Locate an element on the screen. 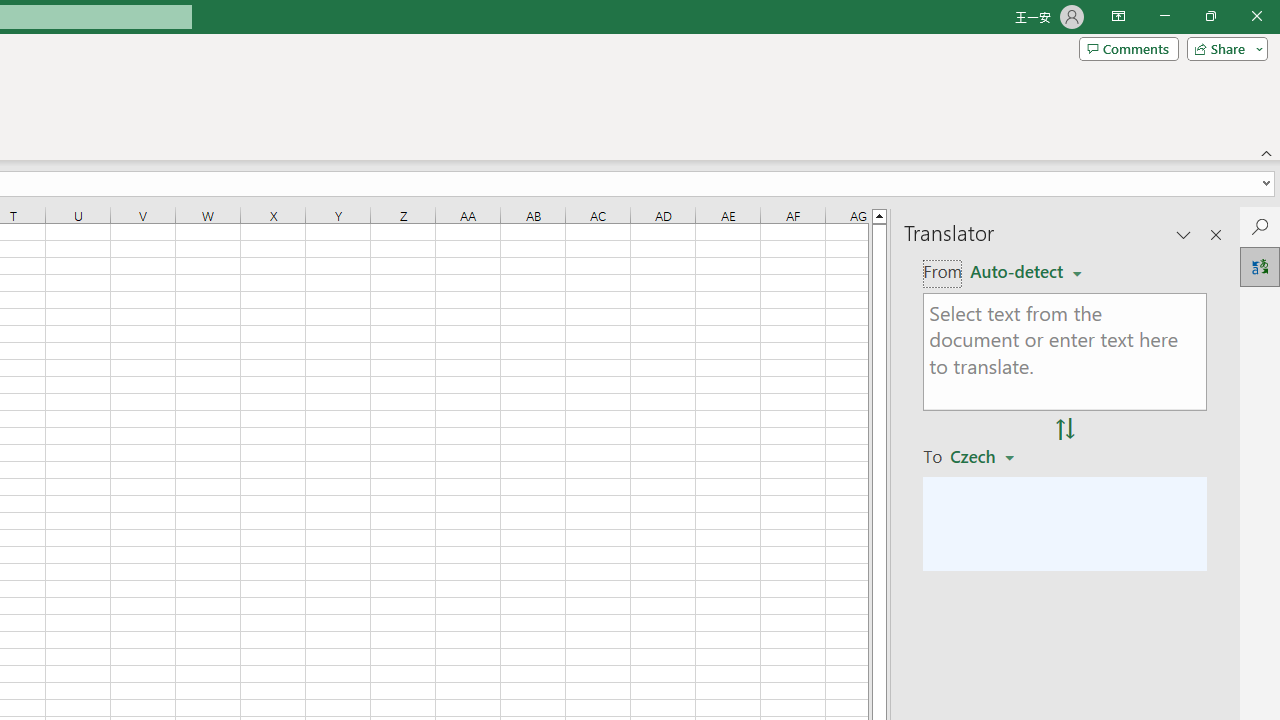  'Swap "from" and "to" languages.' is located at coordinates (1064, 428).